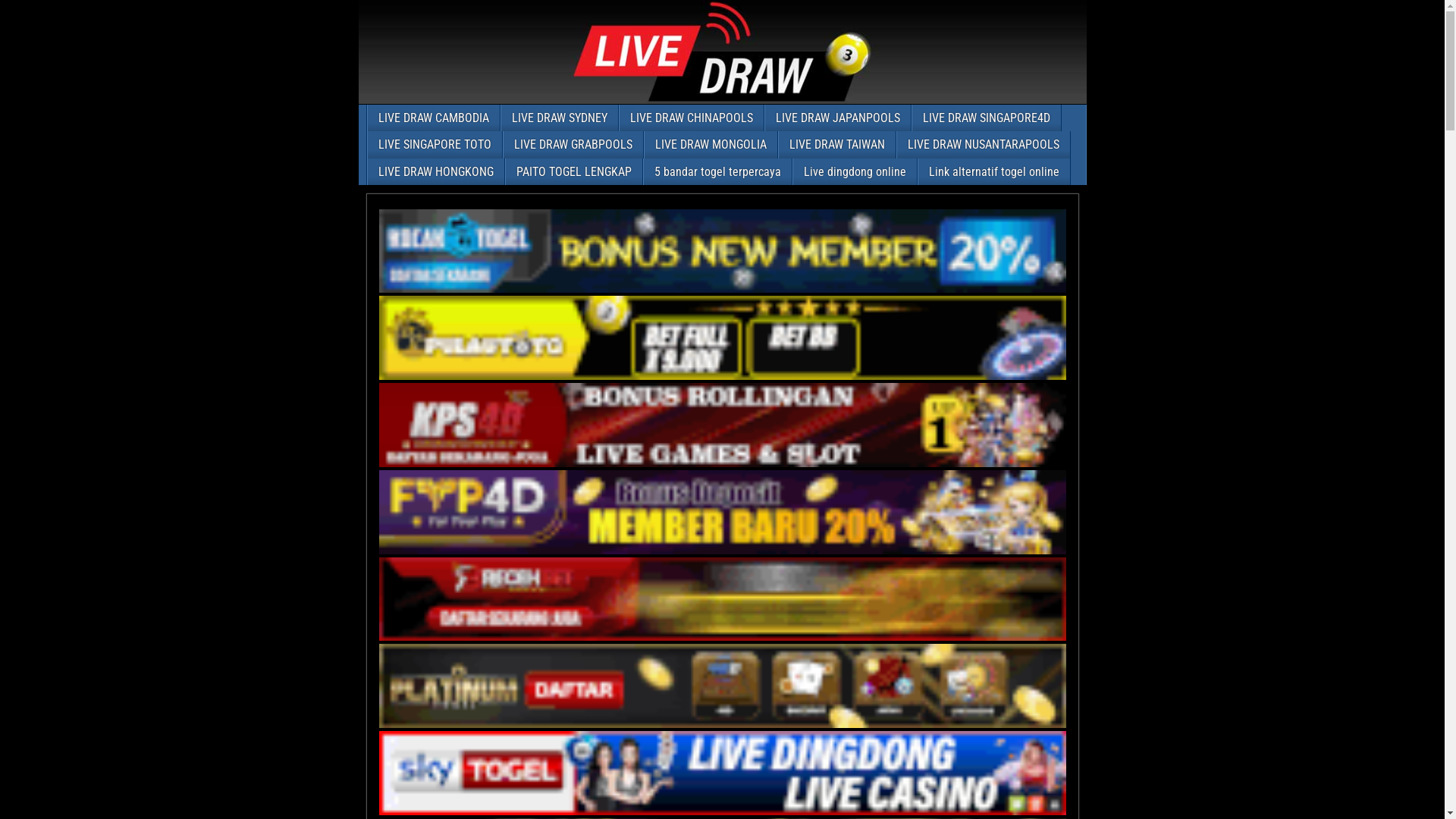 Image resolution: width=1456 pixels, height=819 pixels. I want to click on 'Link alternatif togel online', so click(916, 171).